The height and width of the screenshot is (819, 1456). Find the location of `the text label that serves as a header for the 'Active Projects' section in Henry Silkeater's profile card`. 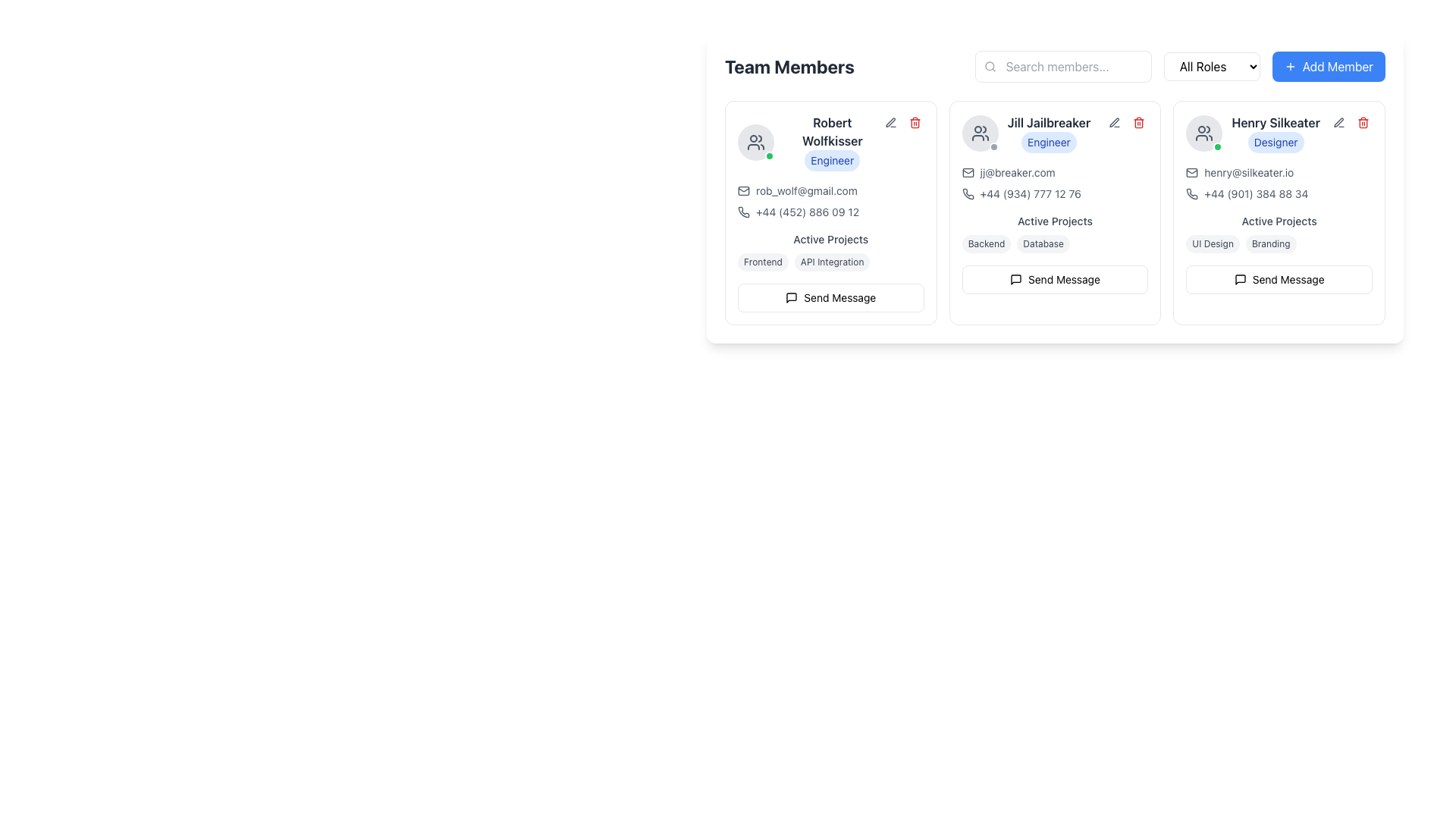

the text label that serves as a header for the 'Active Projects' section in Henry Silkeater's profile card is located at coordinates (1279, 221).